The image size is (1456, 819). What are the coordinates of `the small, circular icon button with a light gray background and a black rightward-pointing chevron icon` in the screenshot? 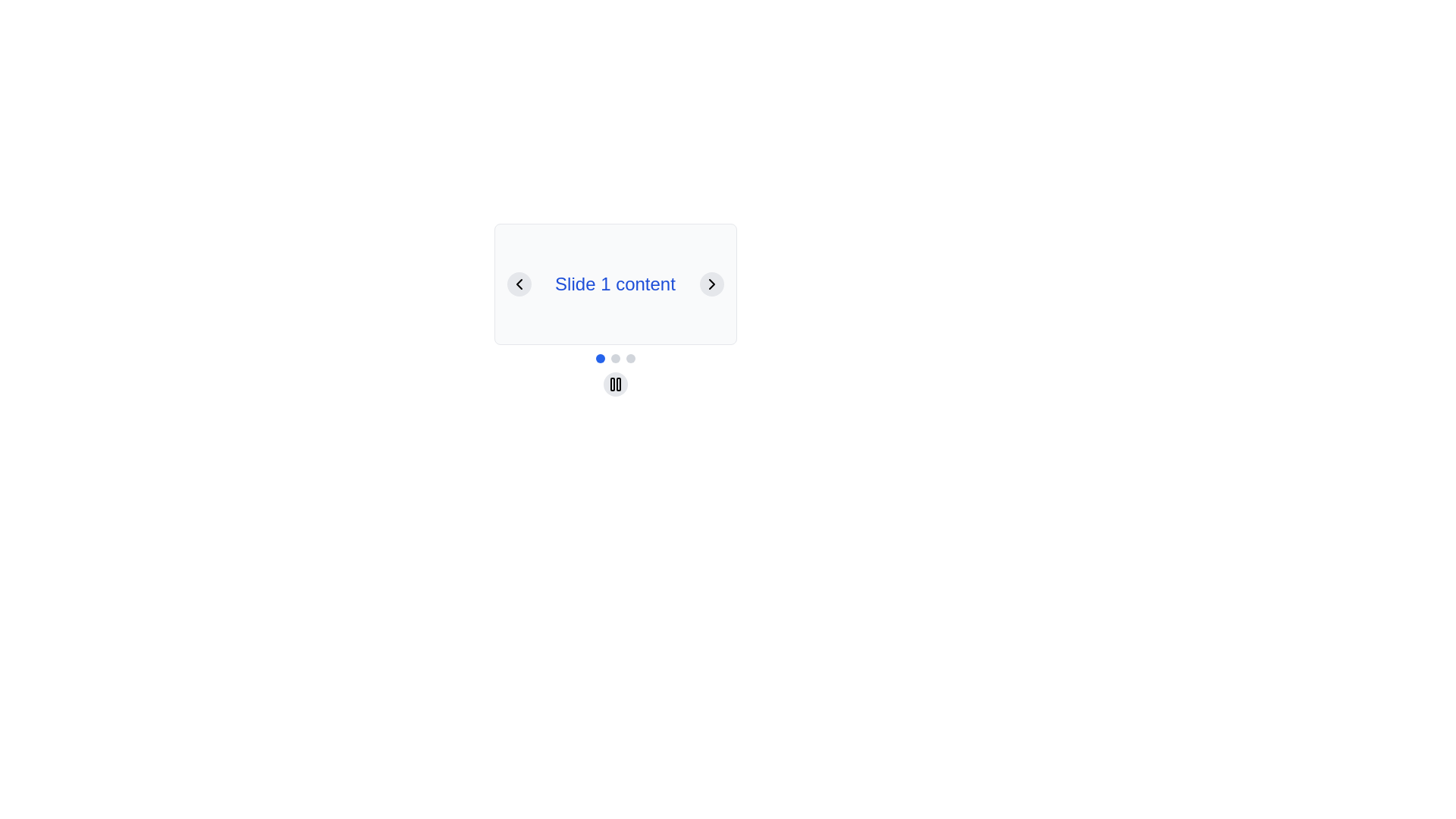 It's located at (711, 284).